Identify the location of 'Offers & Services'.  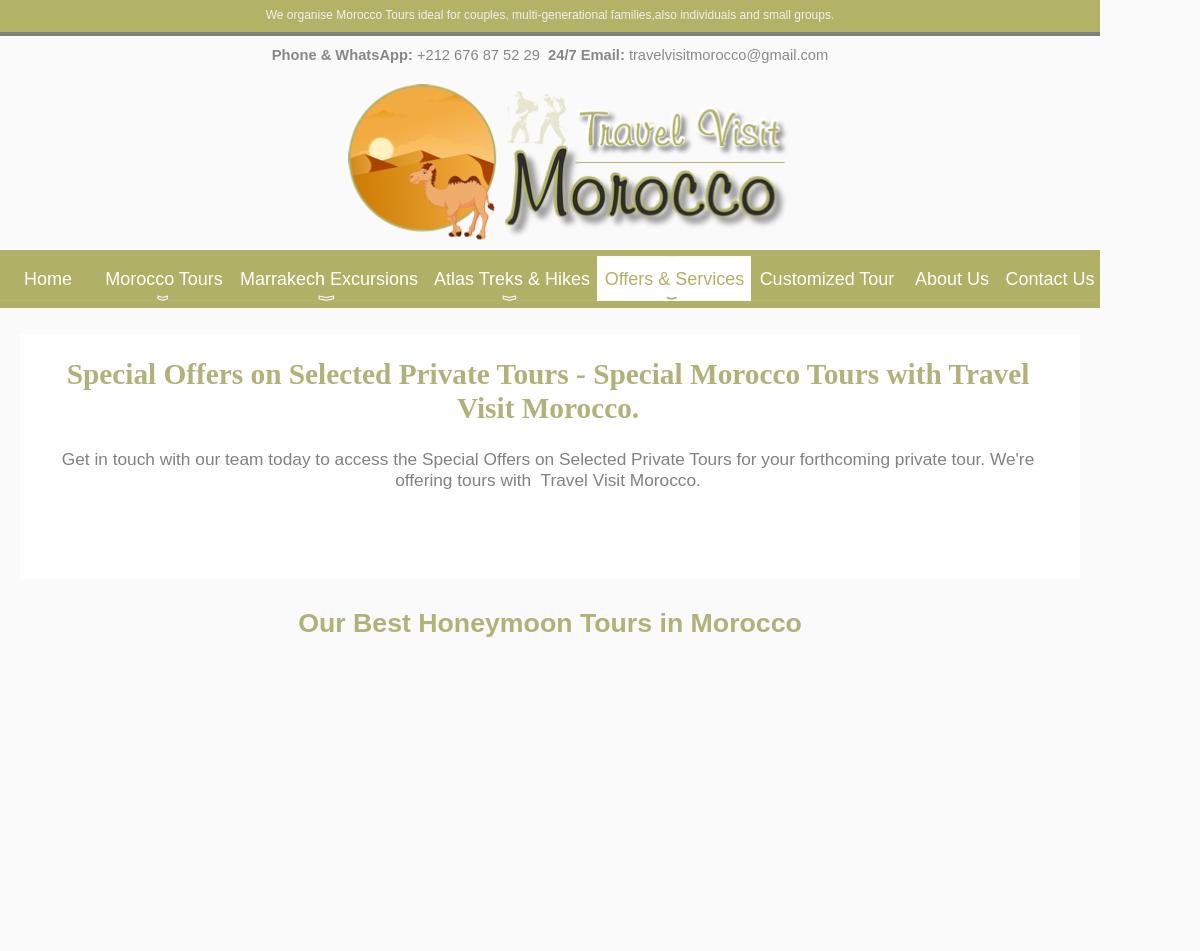
(603, 279).